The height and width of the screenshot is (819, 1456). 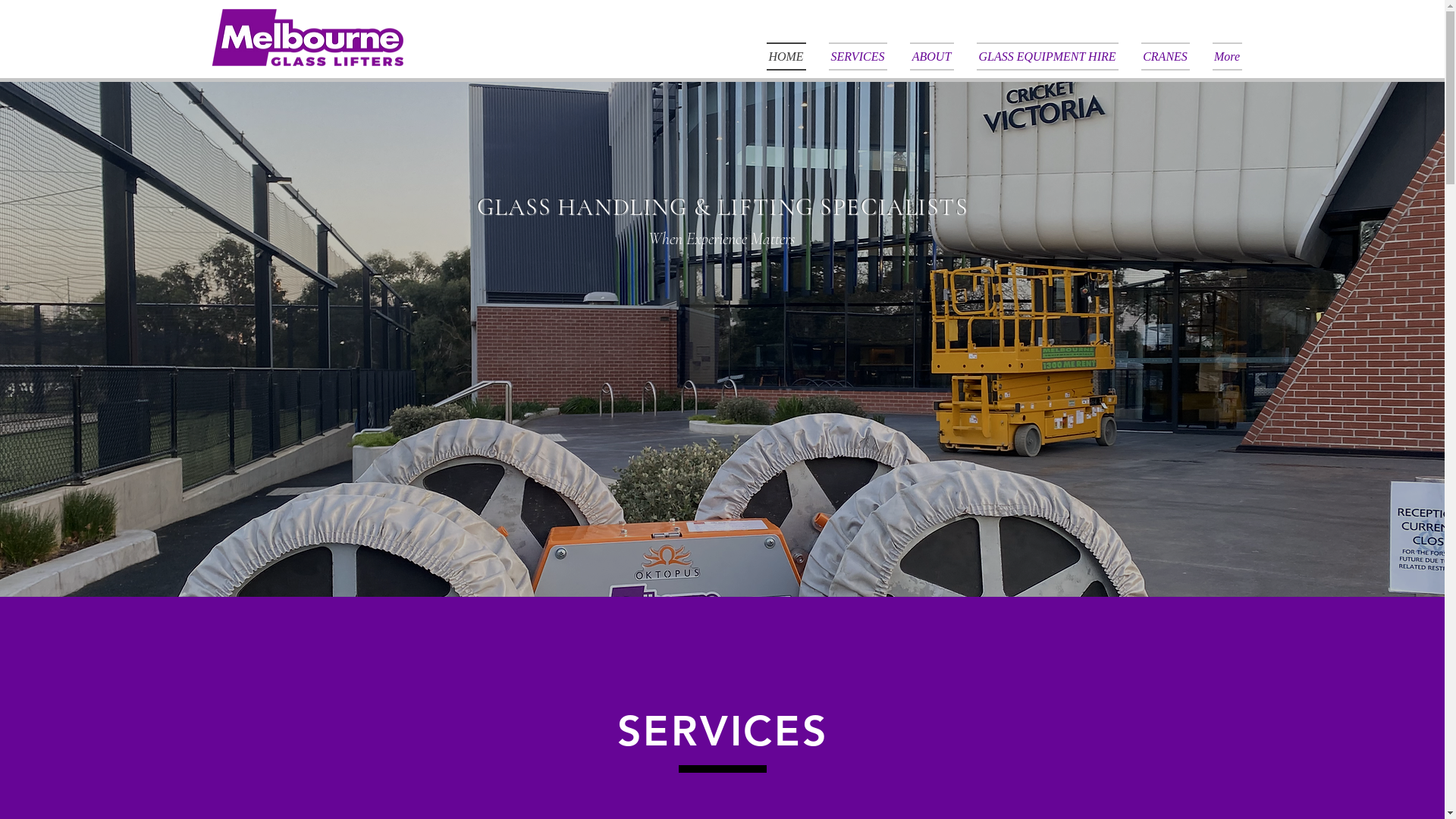 What do you see at coordinates (964, 55) in the screenshot?
I see `'GLASS EQUIPMENT HIRE'` at bounding box center [964, 55].